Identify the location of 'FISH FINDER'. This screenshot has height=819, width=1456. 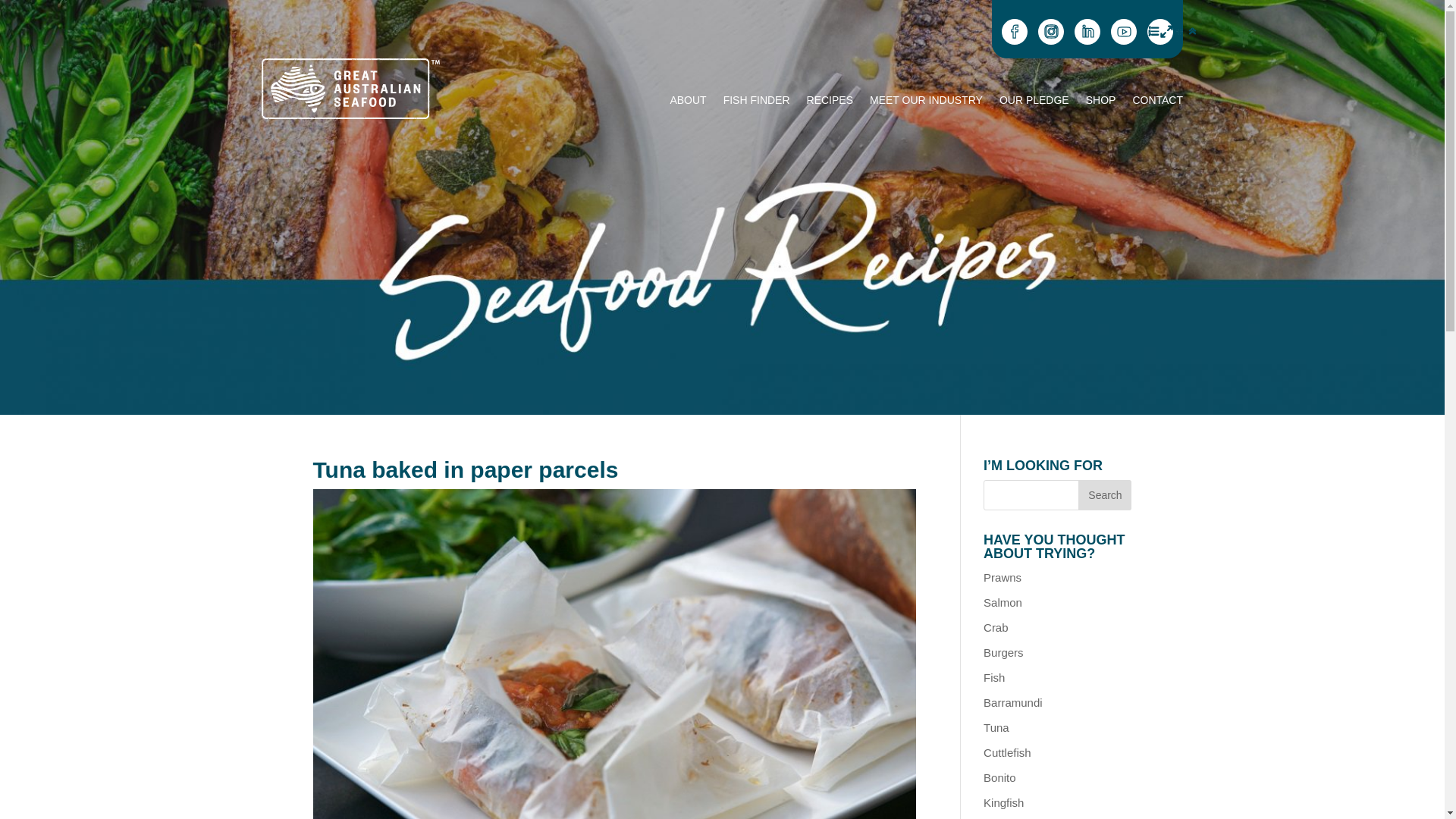
(757, 102).